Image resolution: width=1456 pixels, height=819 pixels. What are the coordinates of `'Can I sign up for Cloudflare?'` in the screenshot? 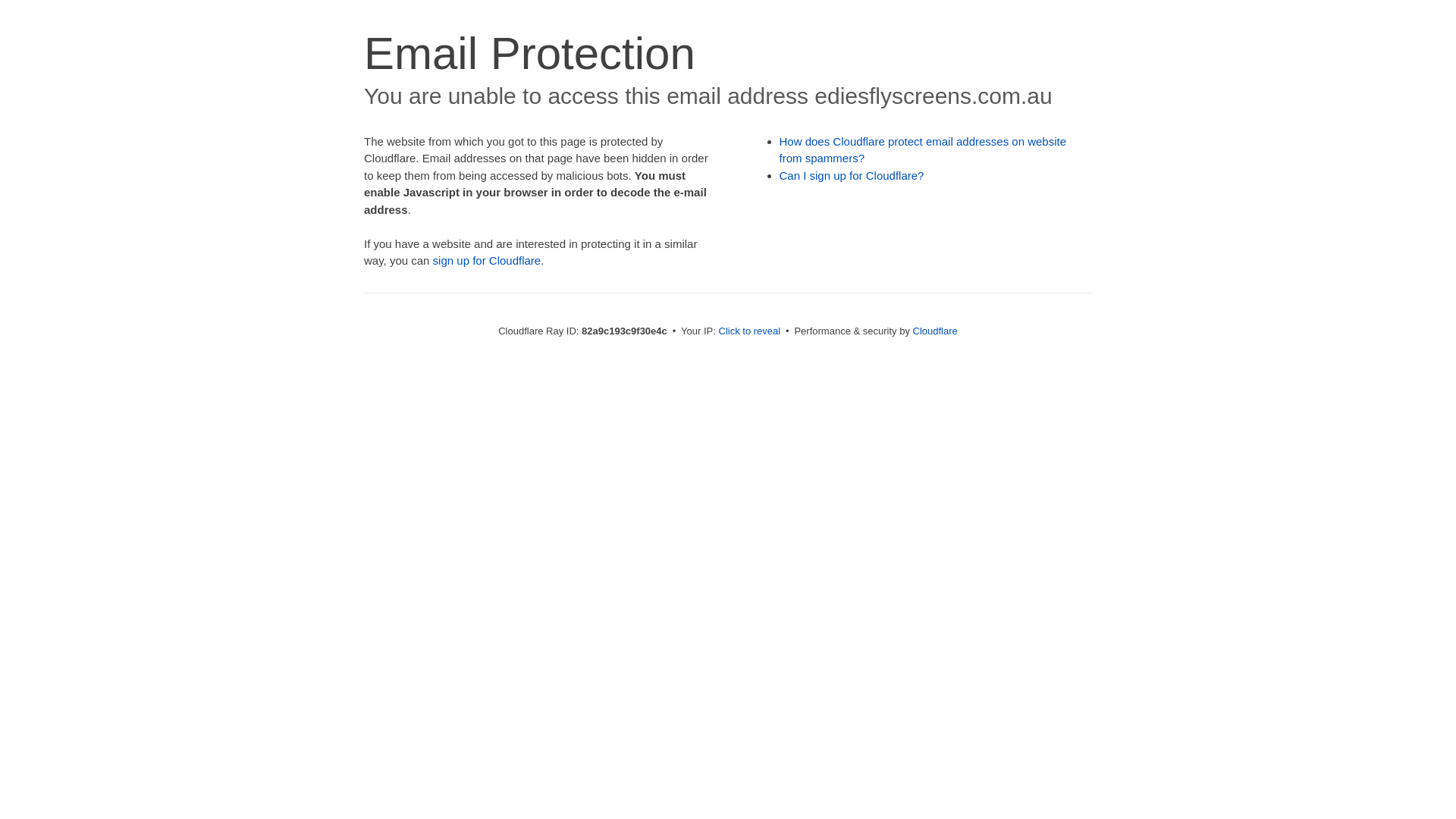 It's located at (852, 174).